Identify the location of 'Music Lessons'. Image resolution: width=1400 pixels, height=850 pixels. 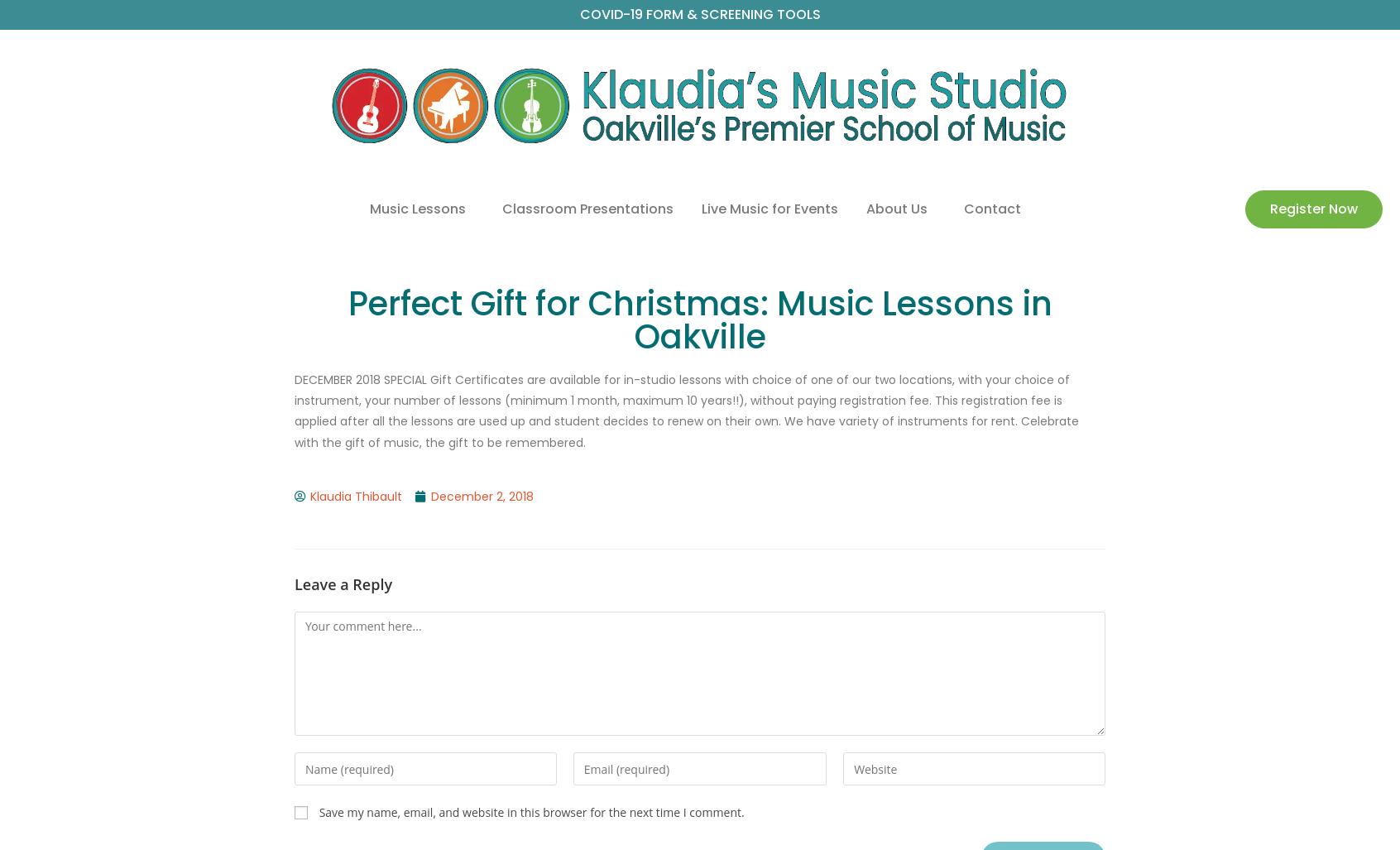
(368, 209).